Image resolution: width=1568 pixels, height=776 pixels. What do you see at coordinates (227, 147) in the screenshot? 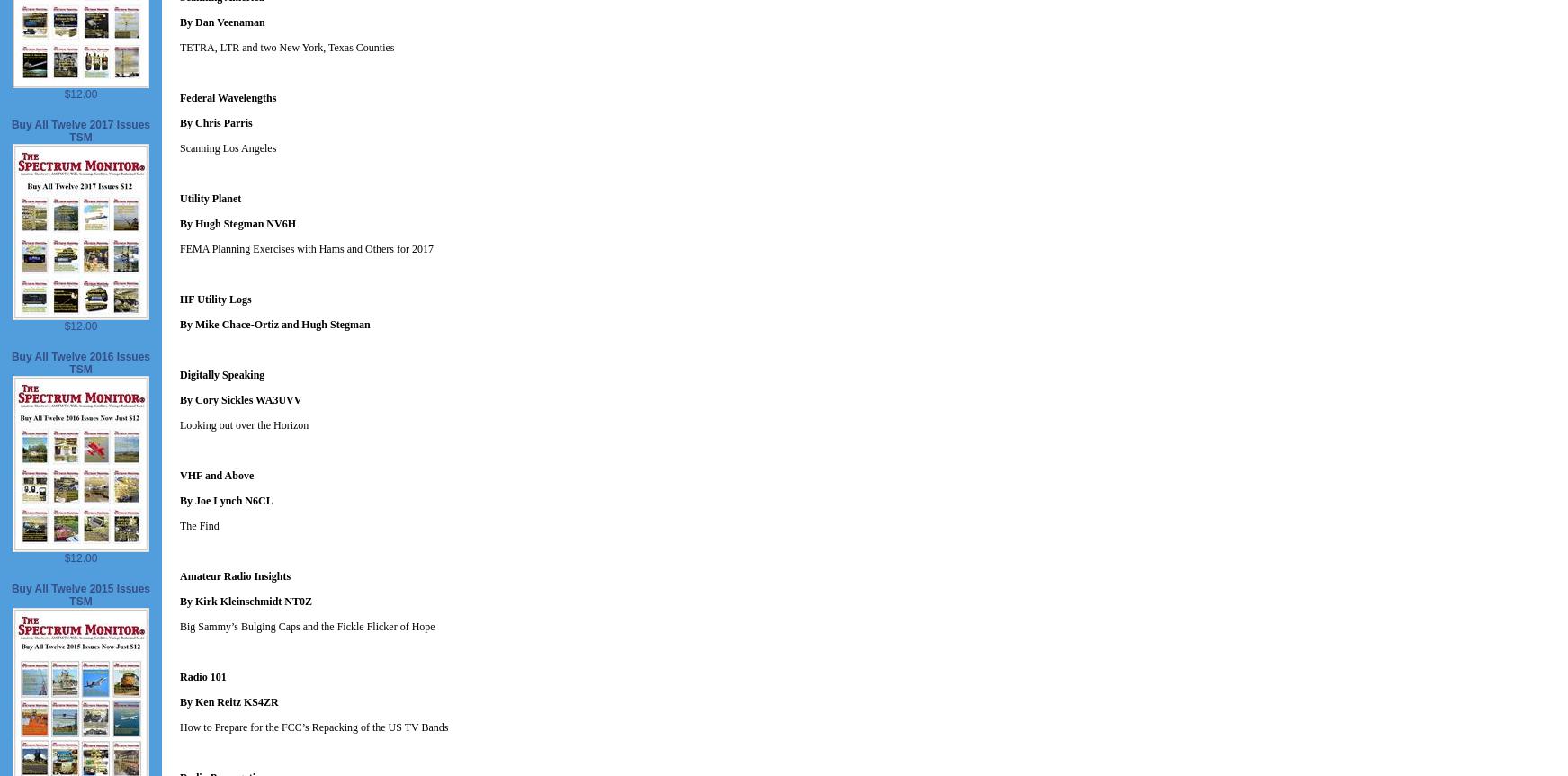
I see `'Scanning
Los Angeles'` at bounding box center [227, 147].